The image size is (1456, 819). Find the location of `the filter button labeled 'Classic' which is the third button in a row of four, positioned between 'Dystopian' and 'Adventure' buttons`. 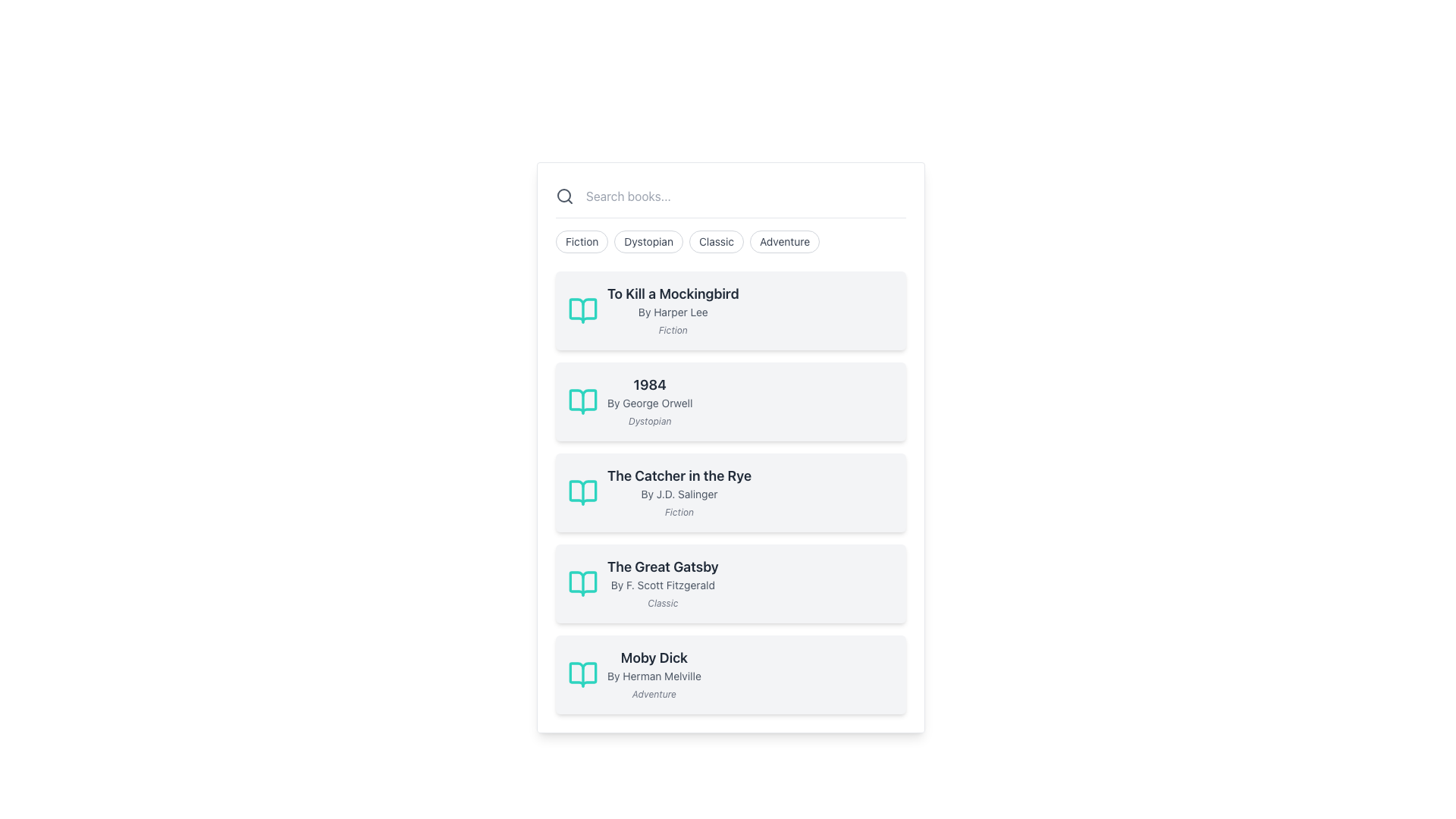

the filter button labeled 'Classic' which is the third button in a row of four, positioned between 'Dystopian' and 'Adventure' buttons is located at coordinates (716, 241).